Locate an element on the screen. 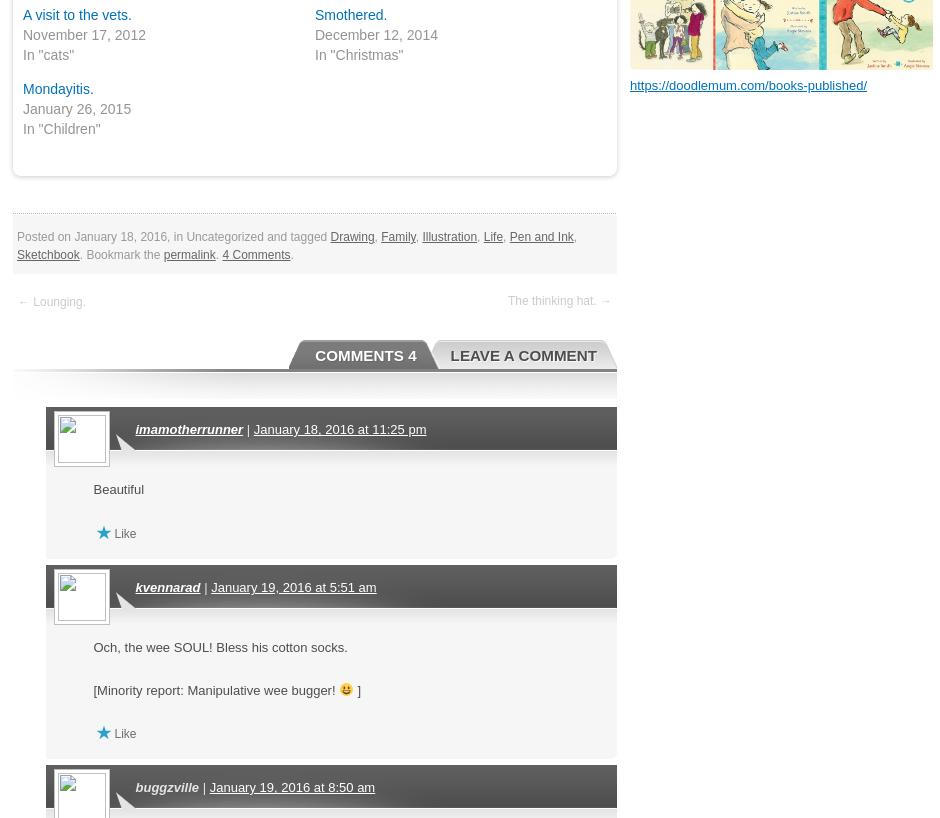 The height and width of the screenshot is (818, 940). '← Lounging.' is located at coordinates (50, 301).